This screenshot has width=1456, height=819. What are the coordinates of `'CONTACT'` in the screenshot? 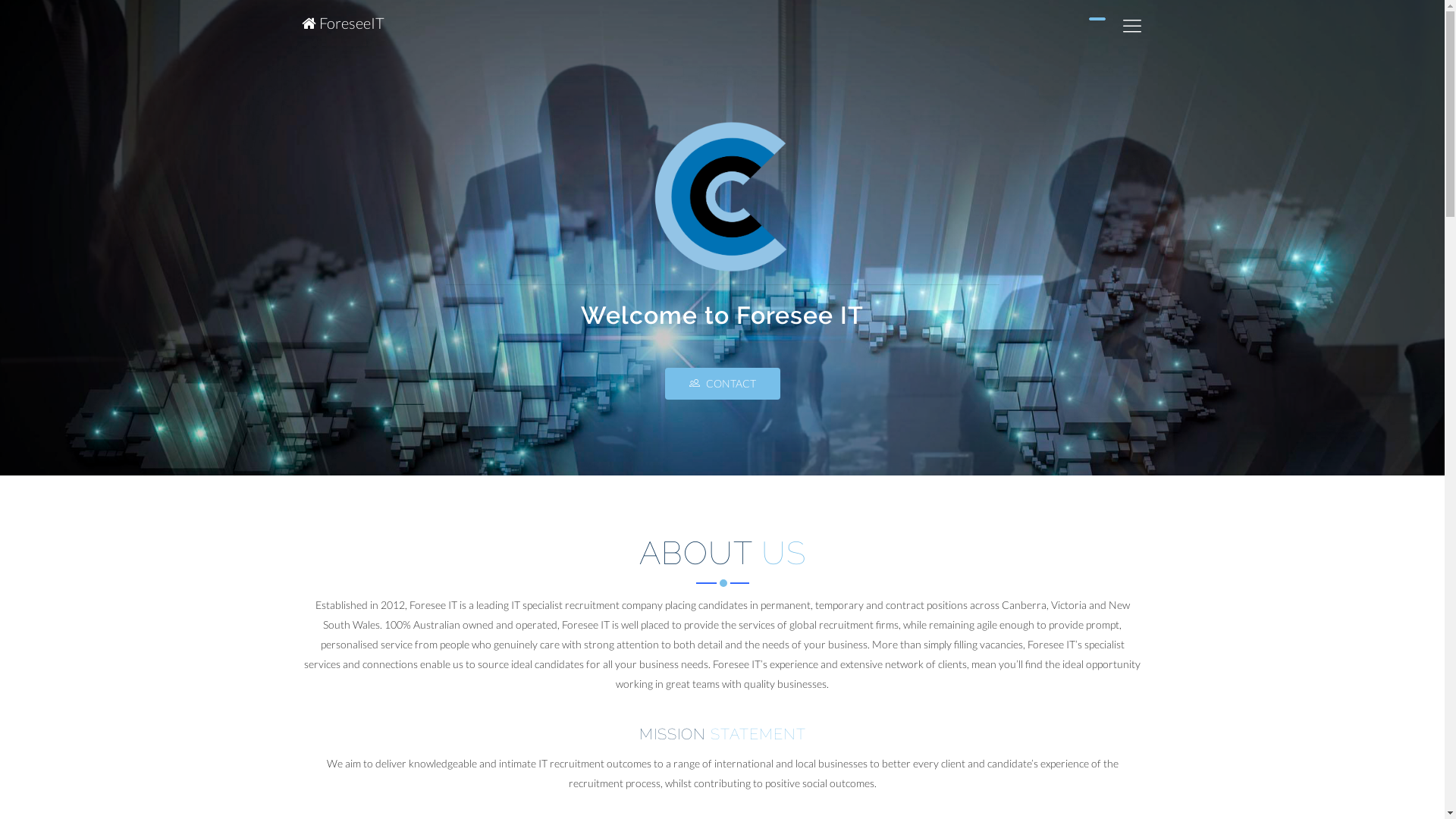 It's located at (720, 382).